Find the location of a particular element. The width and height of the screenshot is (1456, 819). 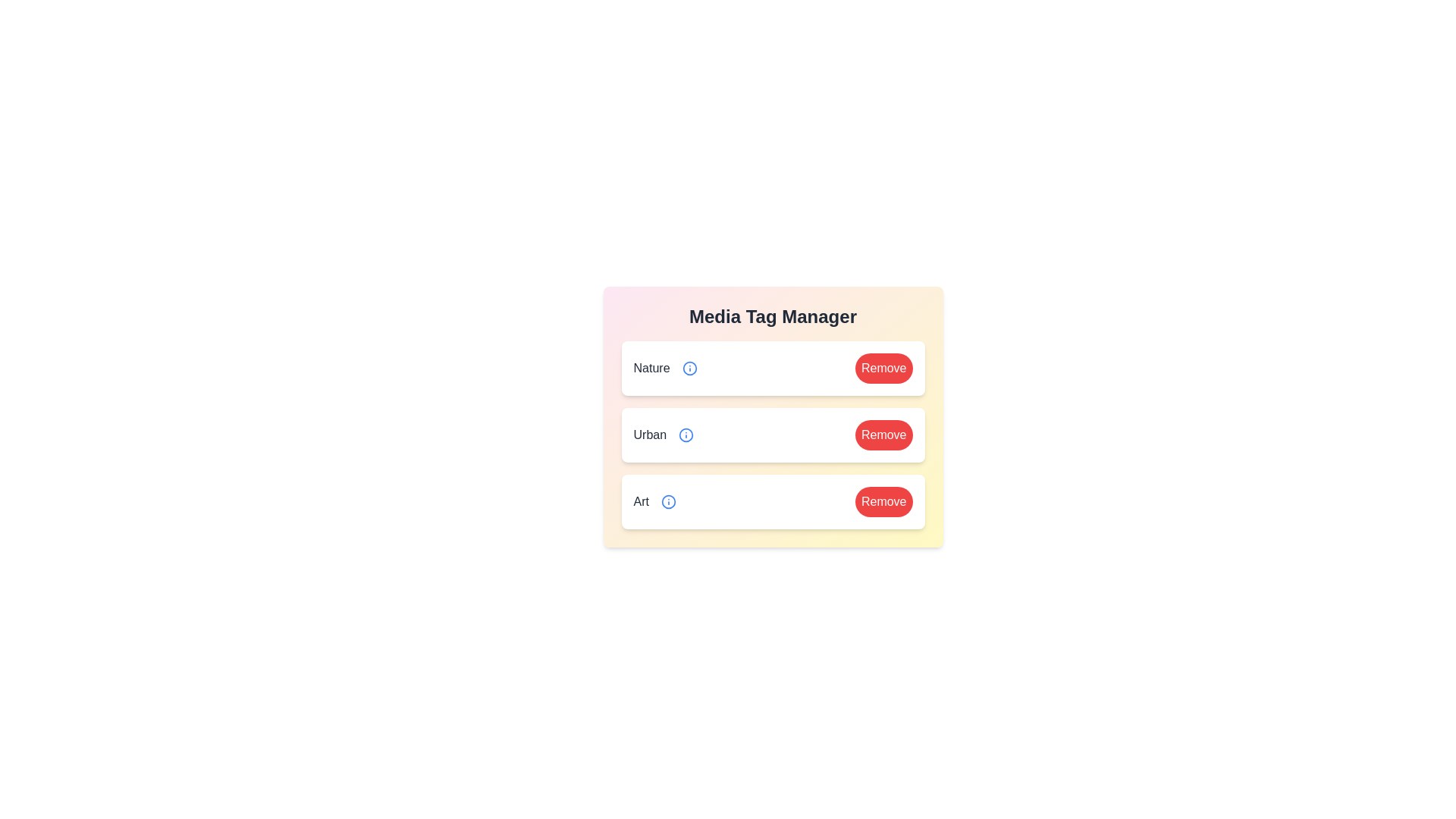

the info icon for the tag Art is located at coordinates (667, 502).